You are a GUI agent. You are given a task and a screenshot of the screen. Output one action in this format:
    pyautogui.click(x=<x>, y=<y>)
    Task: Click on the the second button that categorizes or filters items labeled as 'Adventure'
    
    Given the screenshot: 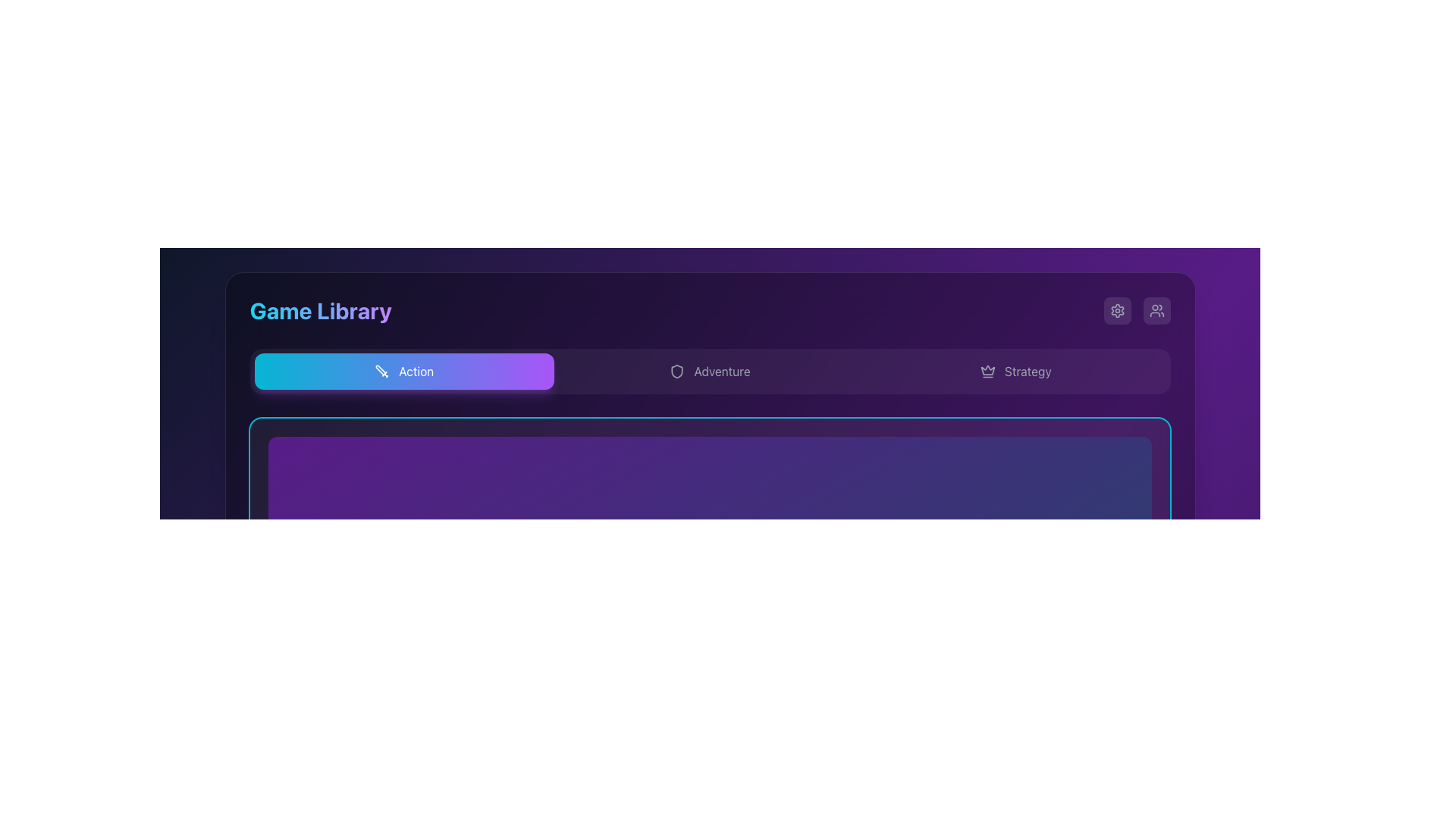 What is the action you would take?
    pyautogui.click(x=709, y=371)
    